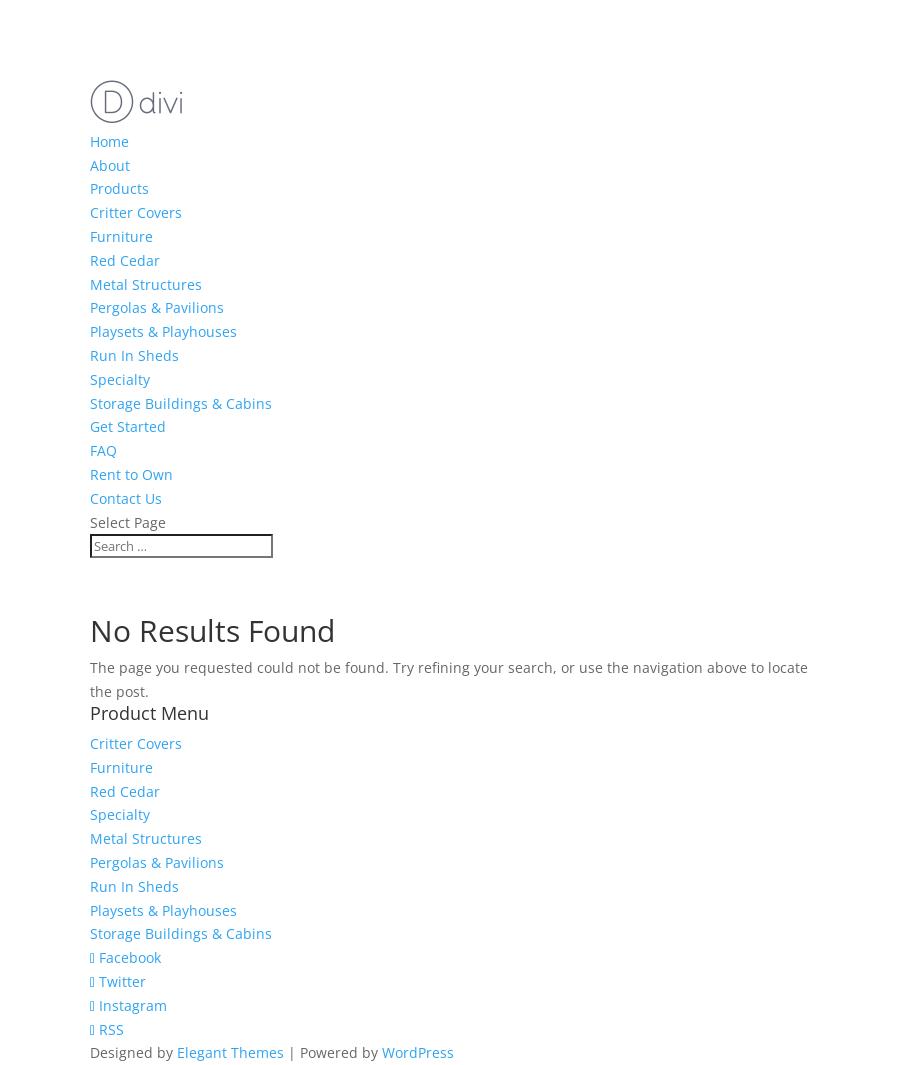 This screenshot has height=1065, width=900. What do you see at coordinates (102, 449) in the screenshot?
I see `'FAQ'` at bounding box center [102, 449].